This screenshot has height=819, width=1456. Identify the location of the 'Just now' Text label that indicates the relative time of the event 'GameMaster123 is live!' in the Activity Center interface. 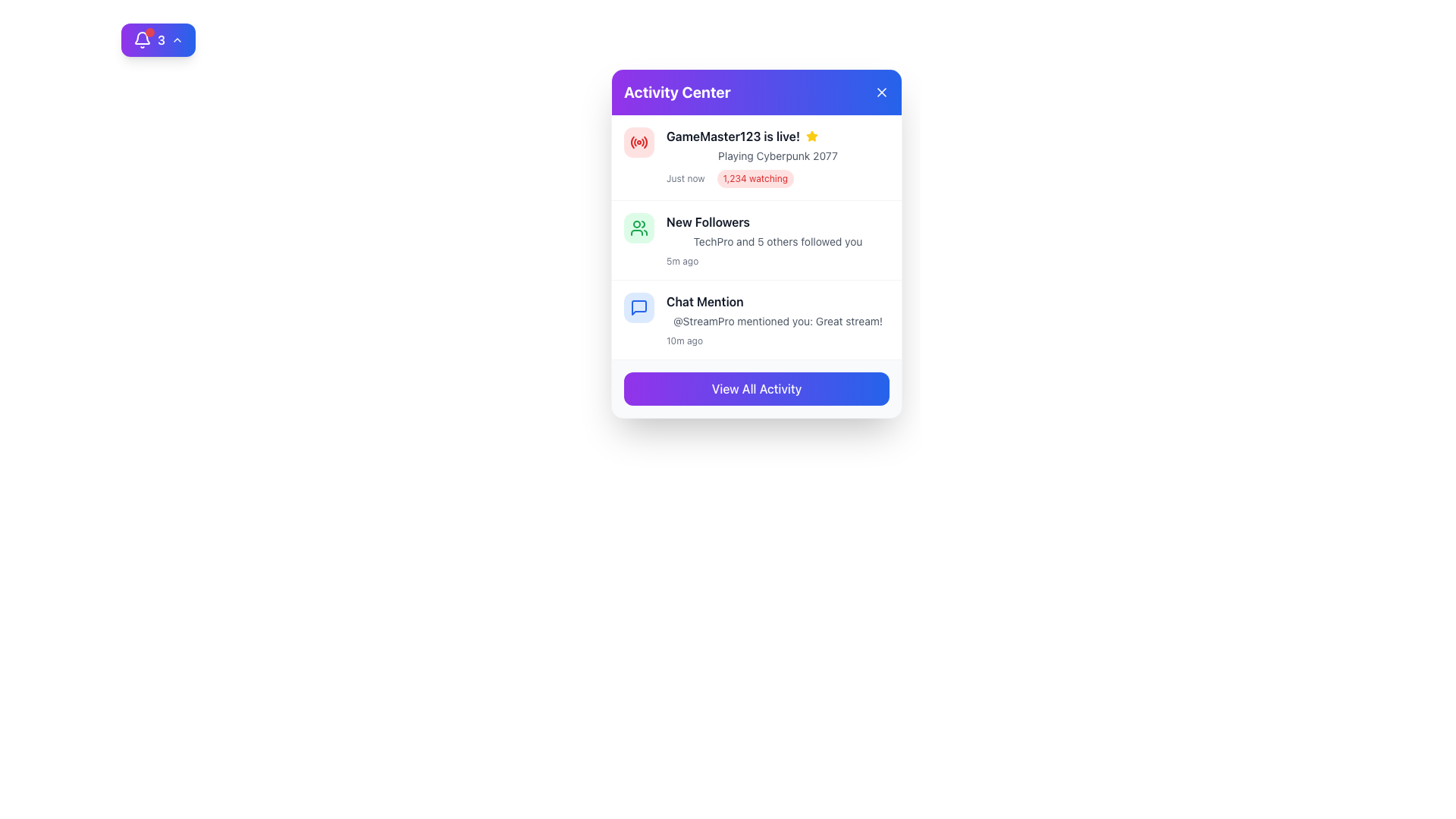
(685, 177).